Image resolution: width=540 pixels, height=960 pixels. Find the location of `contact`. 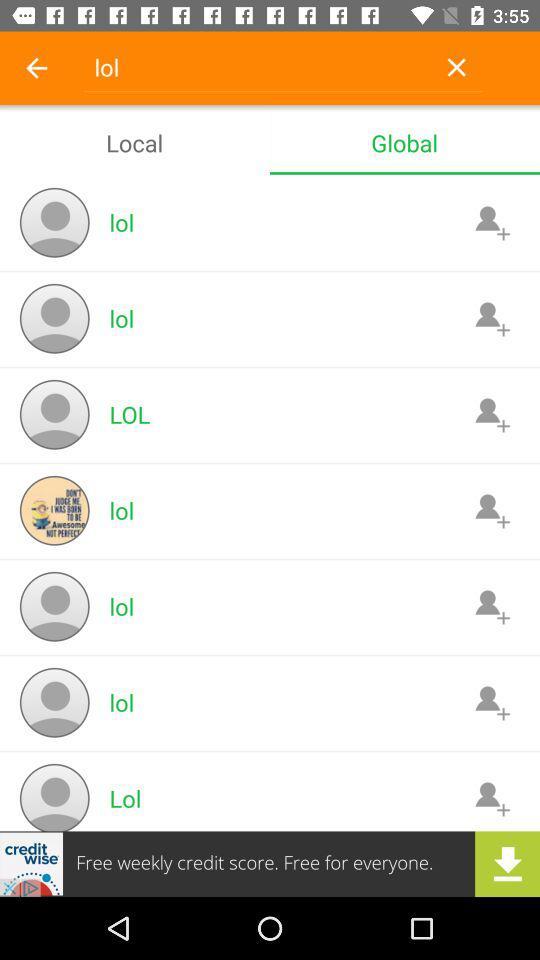

contact is located at coordinates (491, 605).